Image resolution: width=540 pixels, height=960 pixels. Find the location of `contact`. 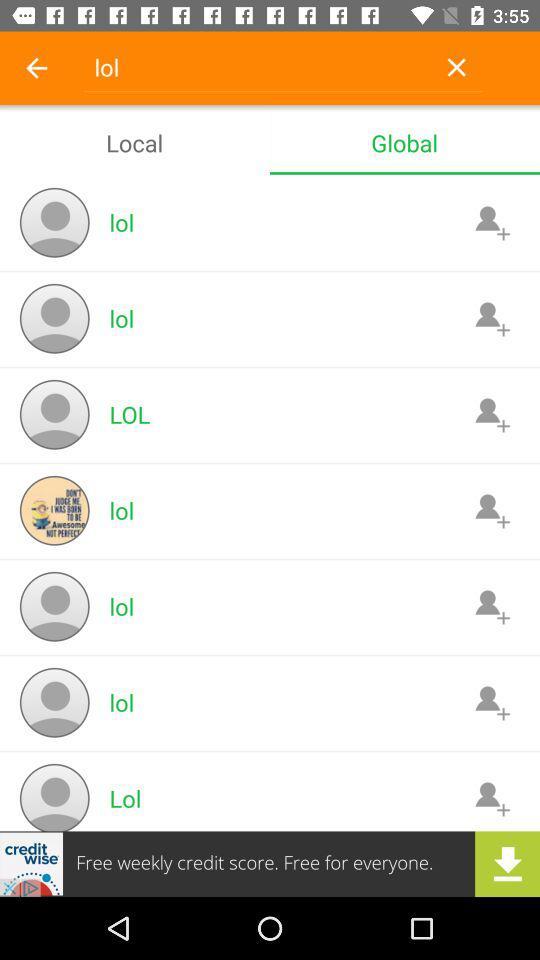

contact is located at coordinates (491, 605).